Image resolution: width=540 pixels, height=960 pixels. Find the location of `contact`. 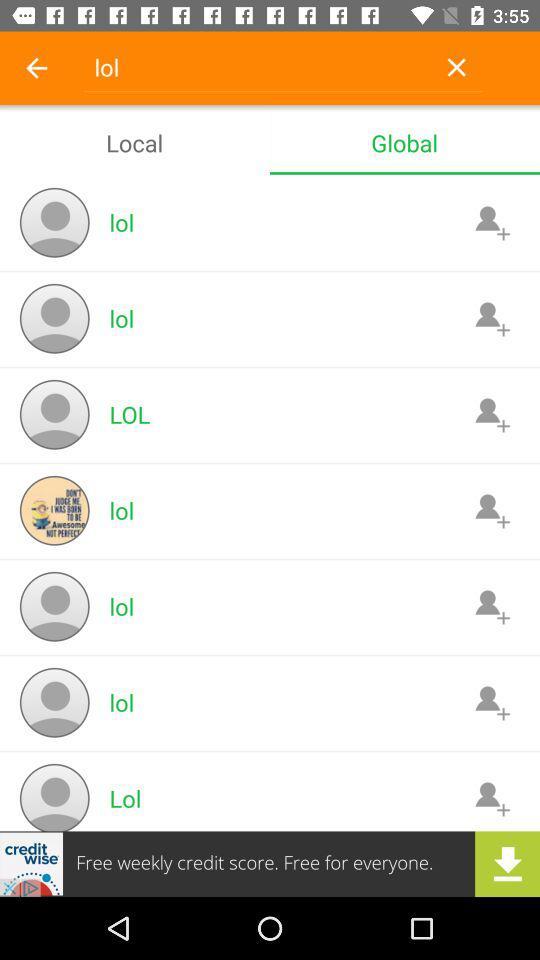

contact is located at coordinates (491, 605).